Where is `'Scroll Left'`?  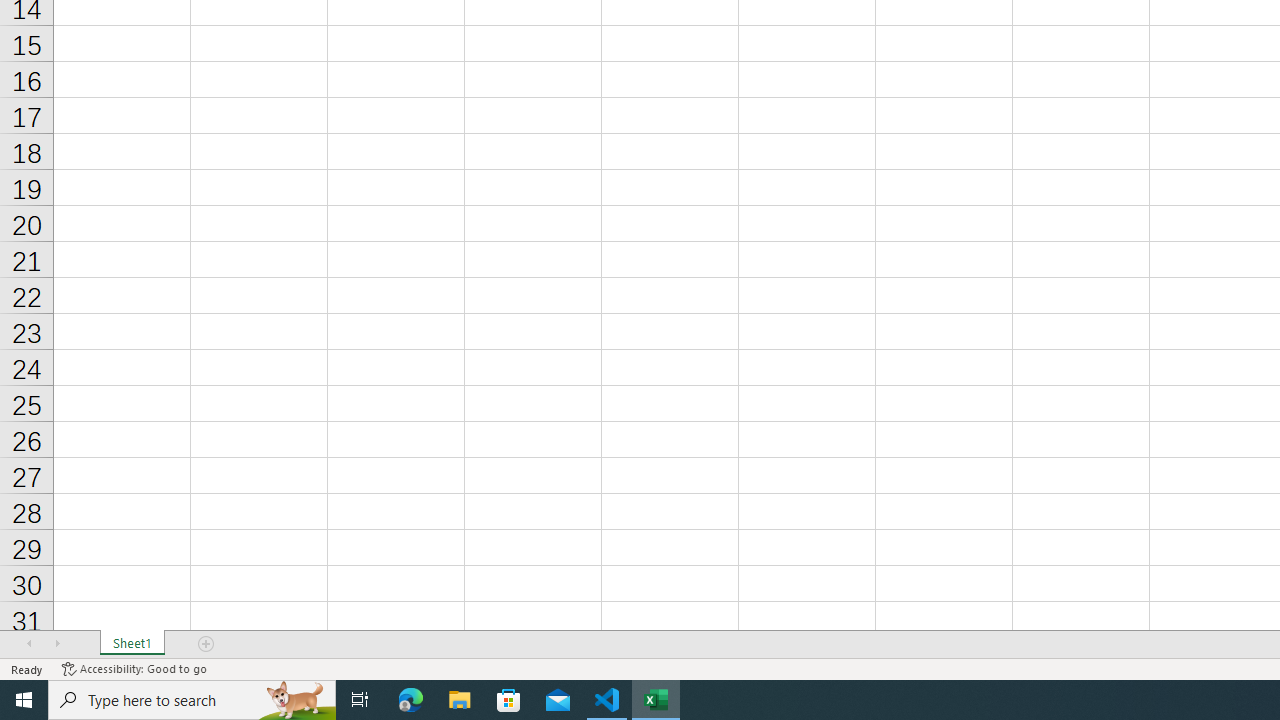 'Scroll Left' is located at coordinates (29, 644).